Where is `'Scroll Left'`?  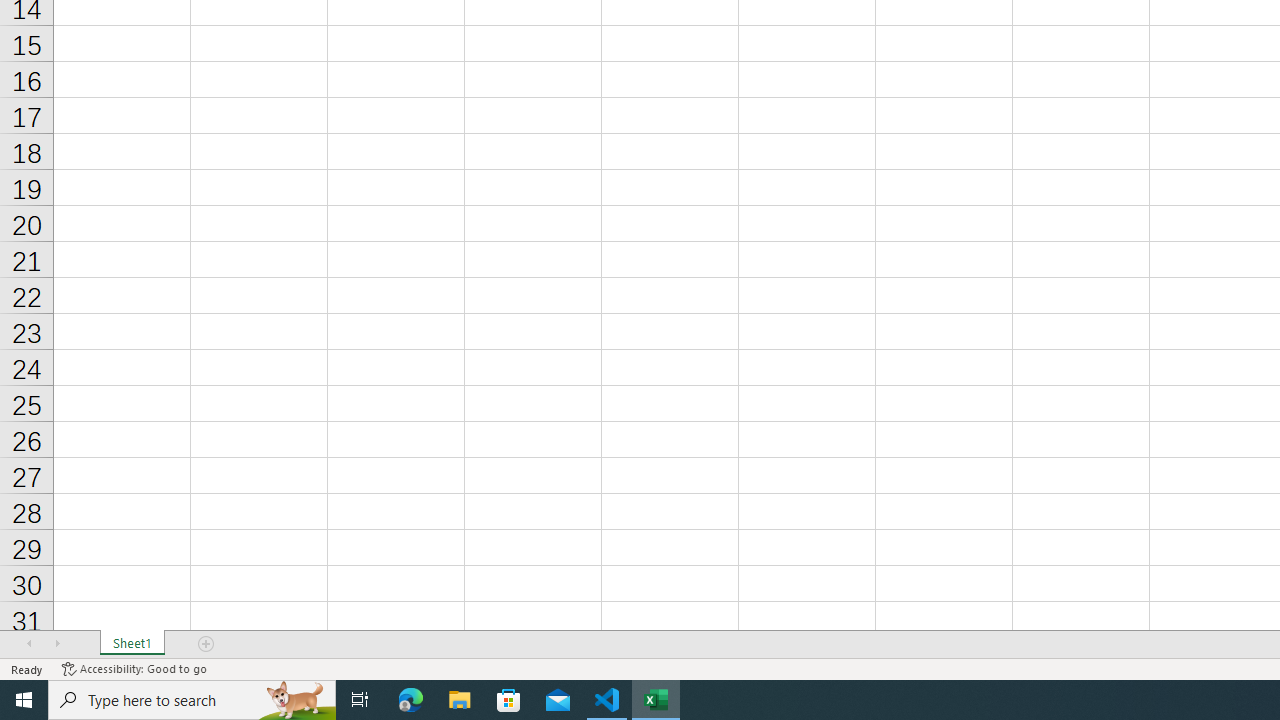 'Scroll Left' is located at coordinates (29, 644).